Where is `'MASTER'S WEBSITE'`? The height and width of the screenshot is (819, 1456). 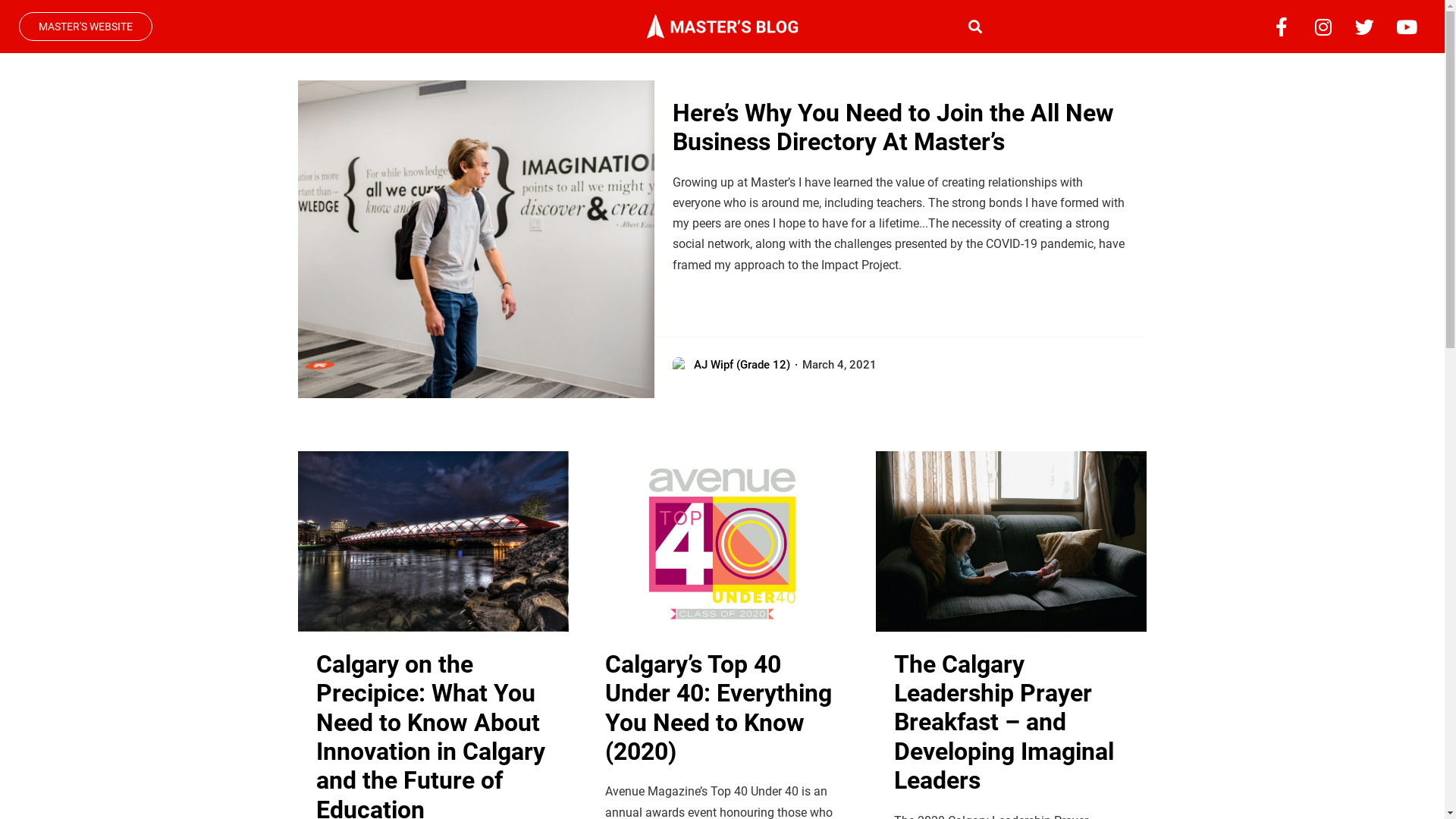 'MASTER'S WEBSITE' is located at coordinates (85, 26).